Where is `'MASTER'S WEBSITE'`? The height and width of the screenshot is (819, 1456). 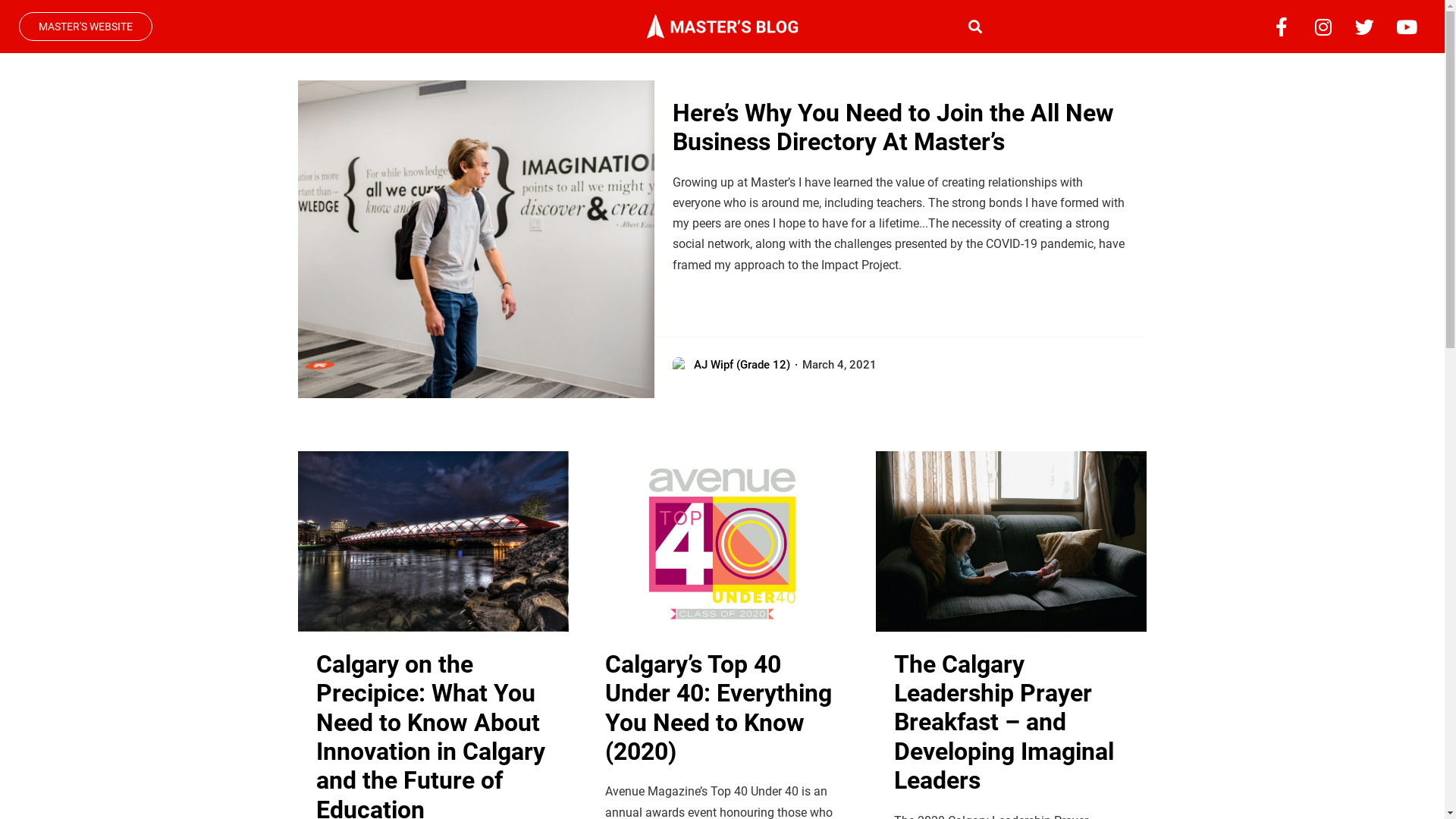 'MASTER'S WEBSITE' is located at coordinates (85, 26).